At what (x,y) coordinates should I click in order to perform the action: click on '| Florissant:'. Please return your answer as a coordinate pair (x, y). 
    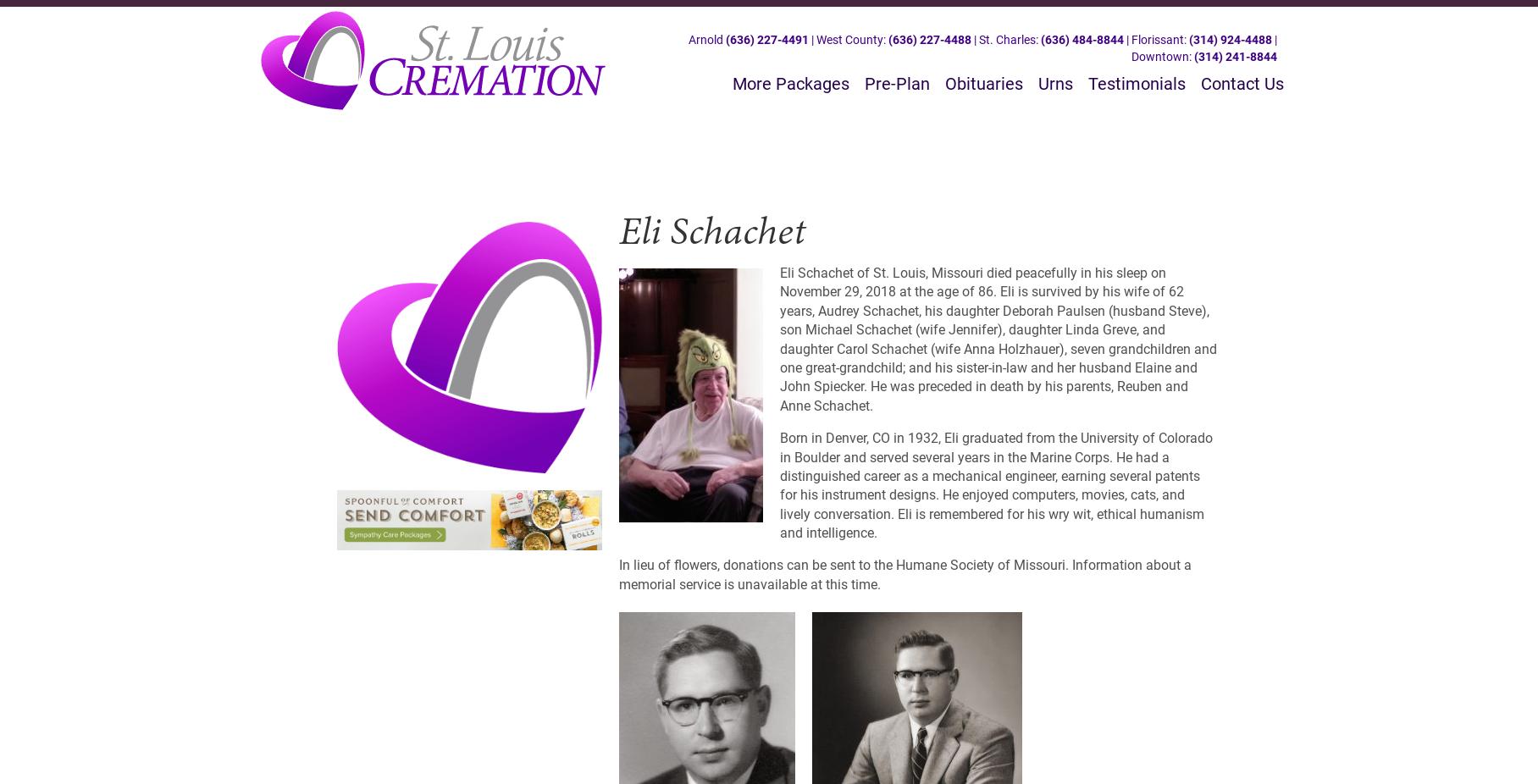
    Looking at the image, I should click on (1122, 38).